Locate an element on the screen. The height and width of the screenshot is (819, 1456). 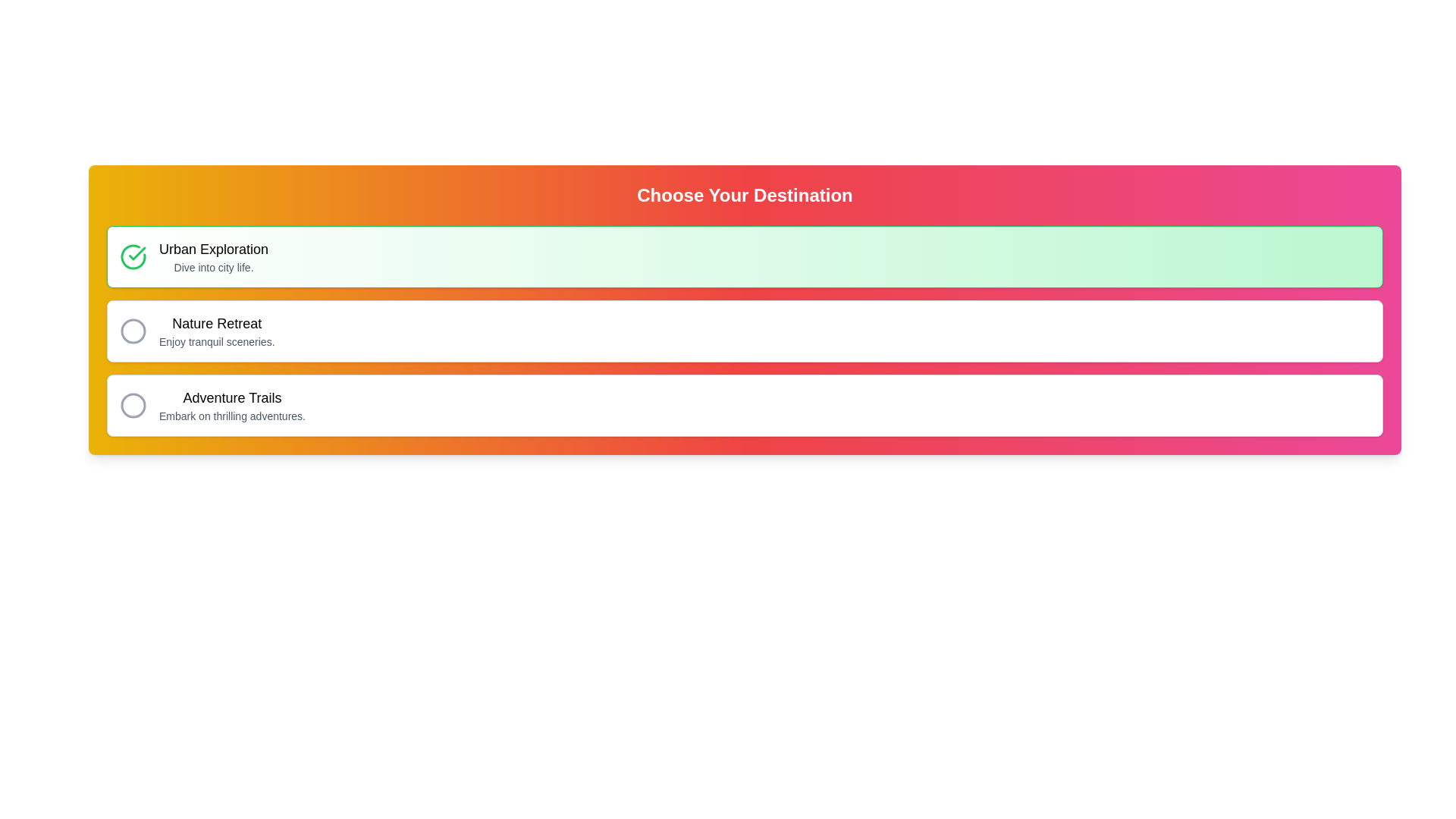
the selectable indicator (radio button) for the 'Nature Retreat' option, located at the left edge of the second card in a vertical list is located at coordinates (133, 330).